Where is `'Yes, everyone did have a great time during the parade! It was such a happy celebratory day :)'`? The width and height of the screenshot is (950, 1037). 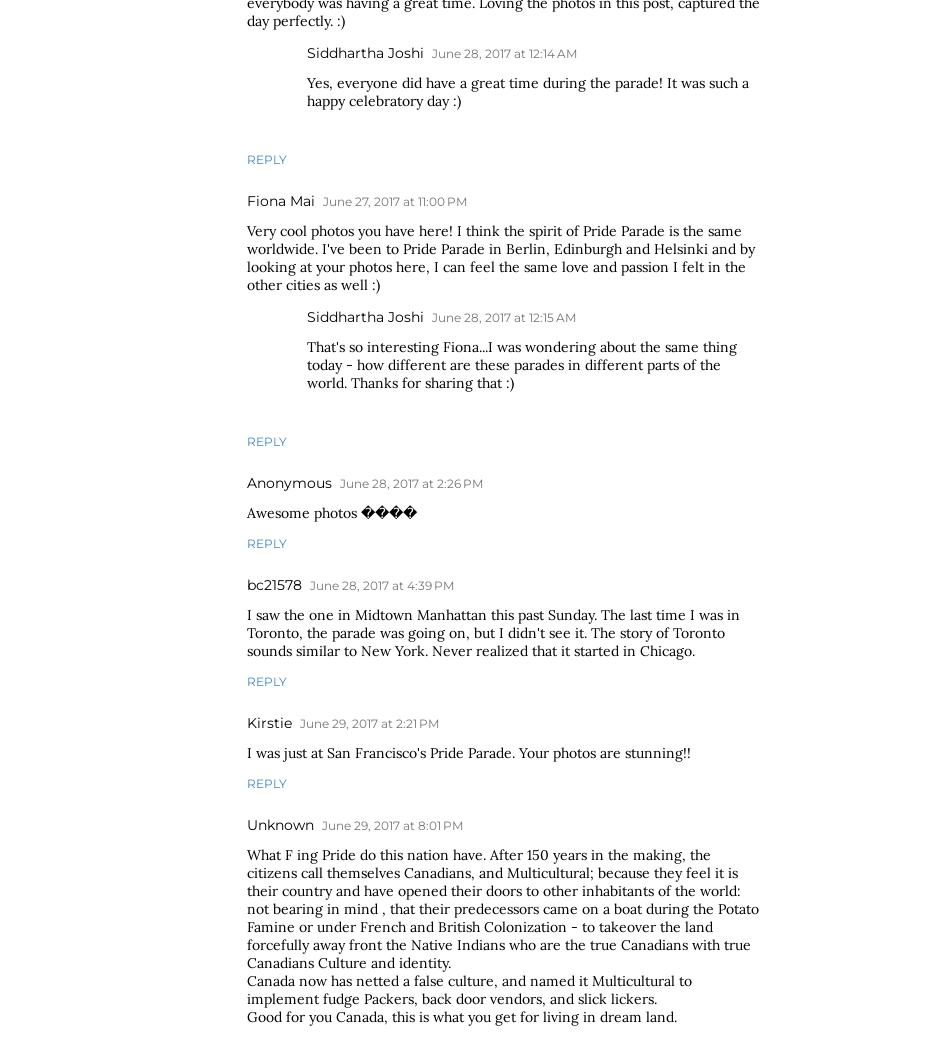
'Yes, everyone did have a great time during the parade! It was such a happy celebratory day :)' is located at coordinates (306, 90).